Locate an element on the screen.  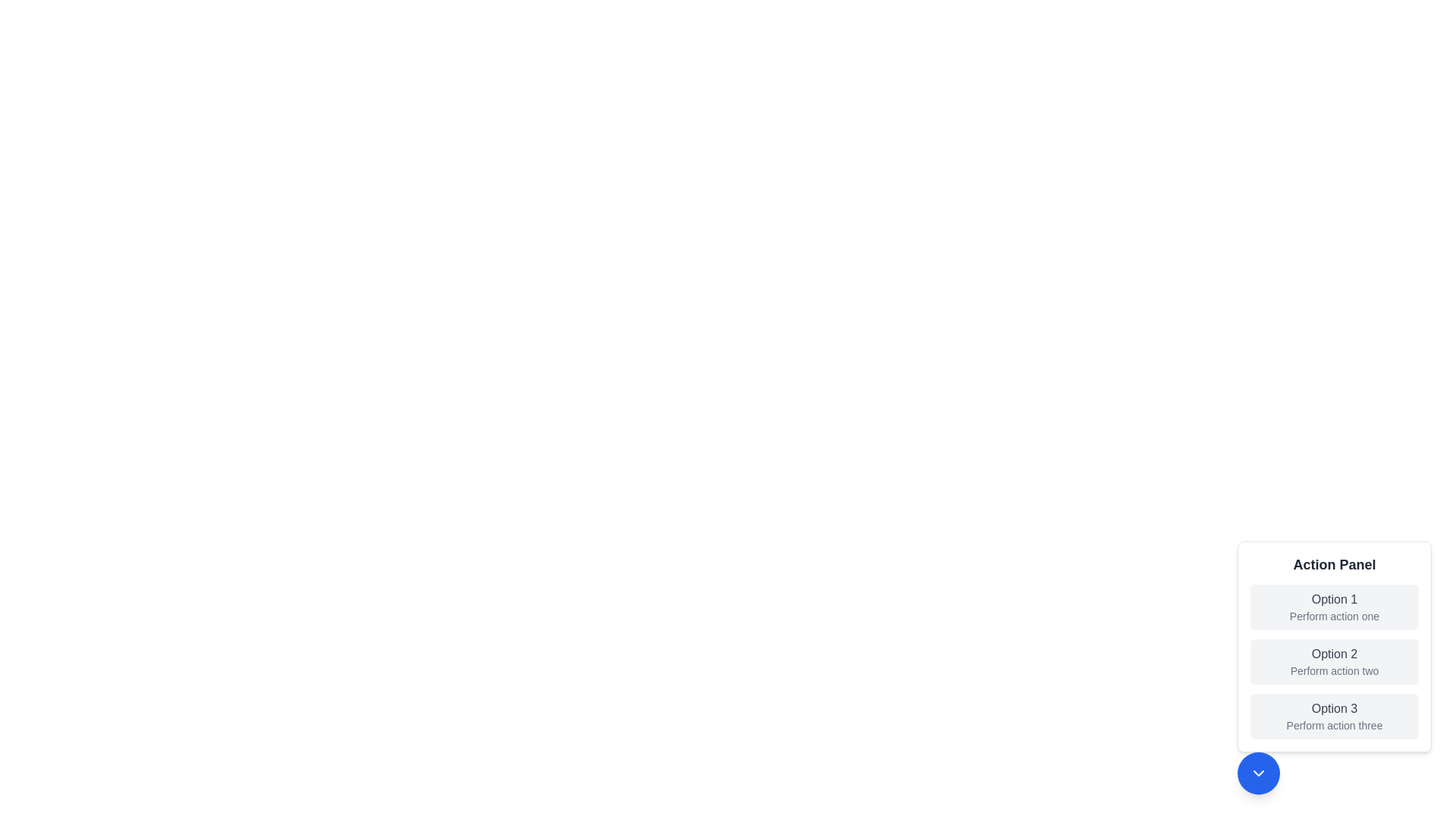
the circular blue button with a downward-facing arrow icon located at the bottom-right corner of the interface is located at coordinates (1259, 773).